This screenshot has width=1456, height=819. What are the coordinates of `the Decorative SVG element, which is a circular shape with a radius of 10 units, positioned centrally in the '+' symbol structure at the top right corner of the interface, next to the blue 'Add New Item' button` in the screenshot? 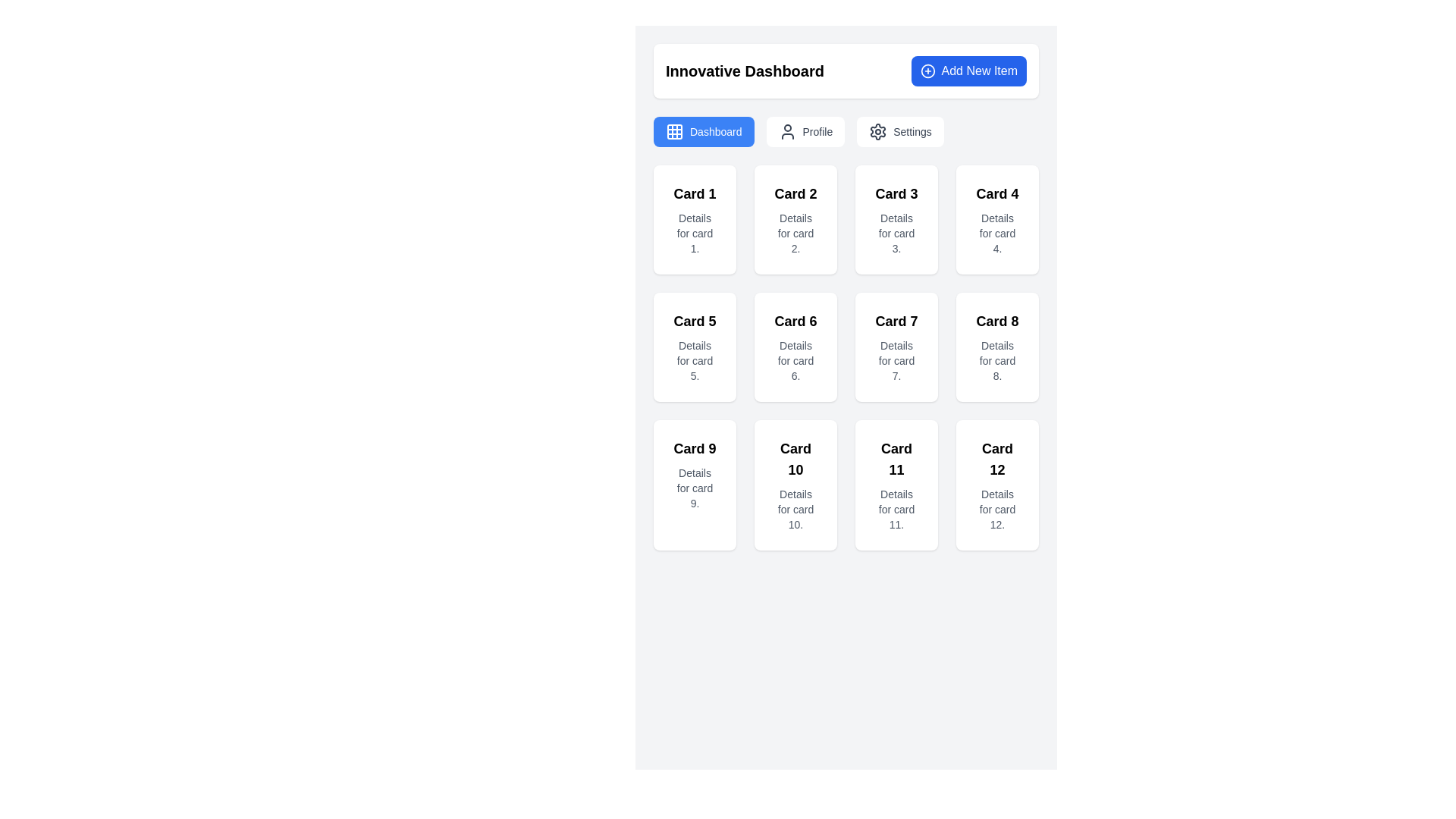 It's located at (927, 71).